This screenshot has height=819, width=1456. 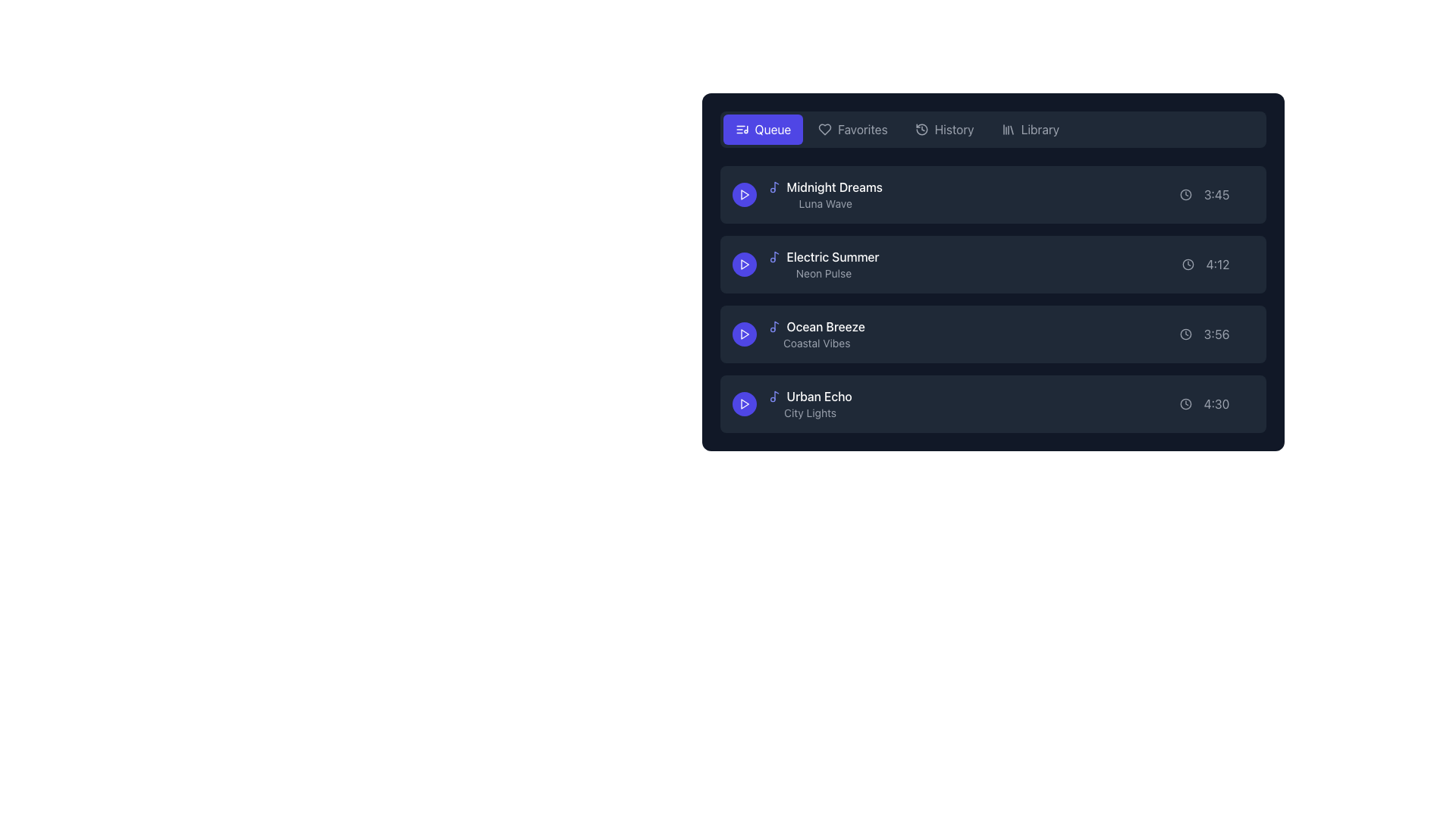 I want to click on the vibrant indigo musical note icon located to the left of the 'Urban Echo' text in the bottommost row, so click(x=774, y=396).